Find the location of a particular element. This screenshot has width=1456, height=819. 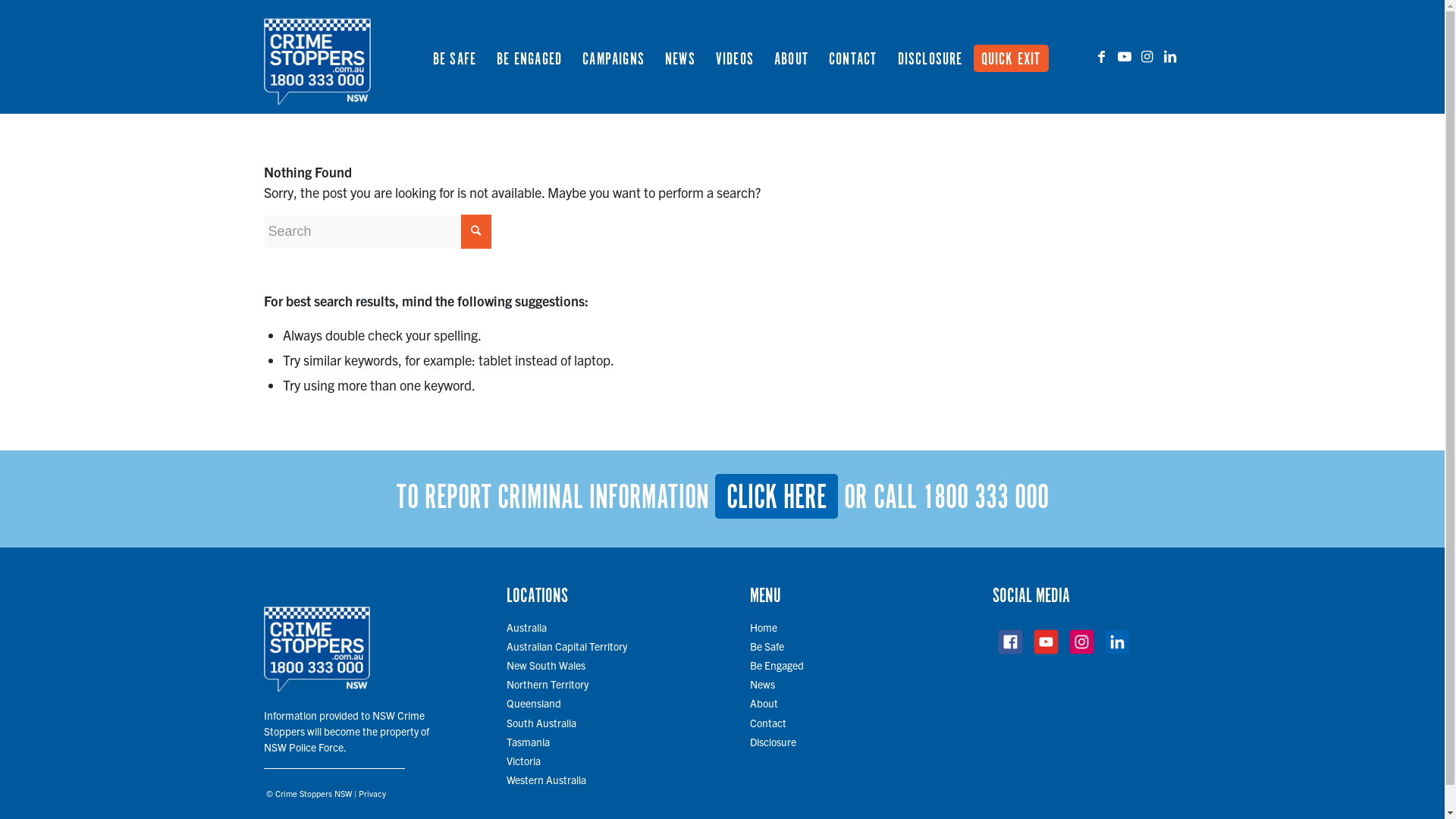

'Contact' is located at coordinates (749, 721).